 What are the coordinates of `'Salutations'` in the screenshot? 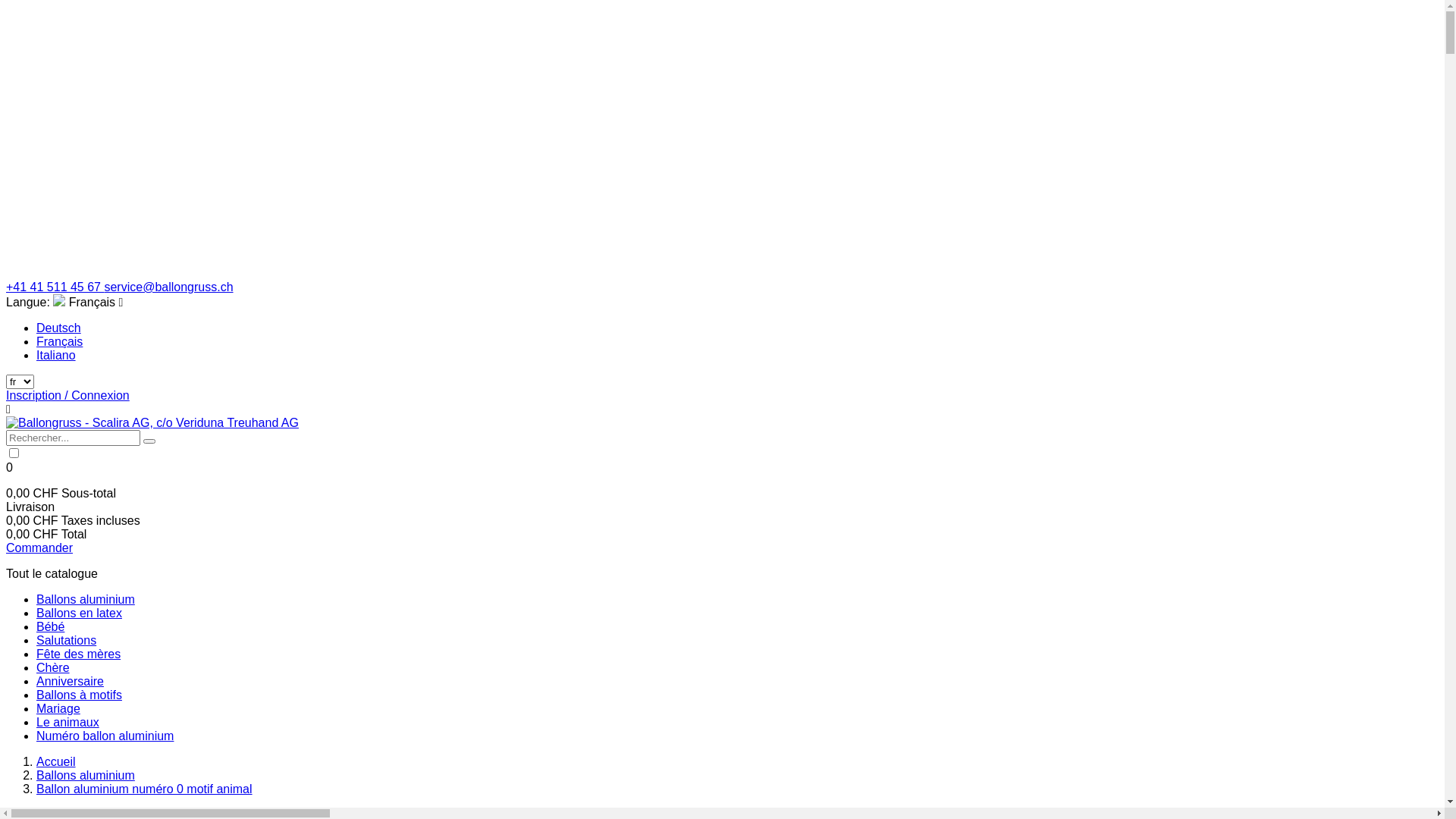 It's located at (65, 640).